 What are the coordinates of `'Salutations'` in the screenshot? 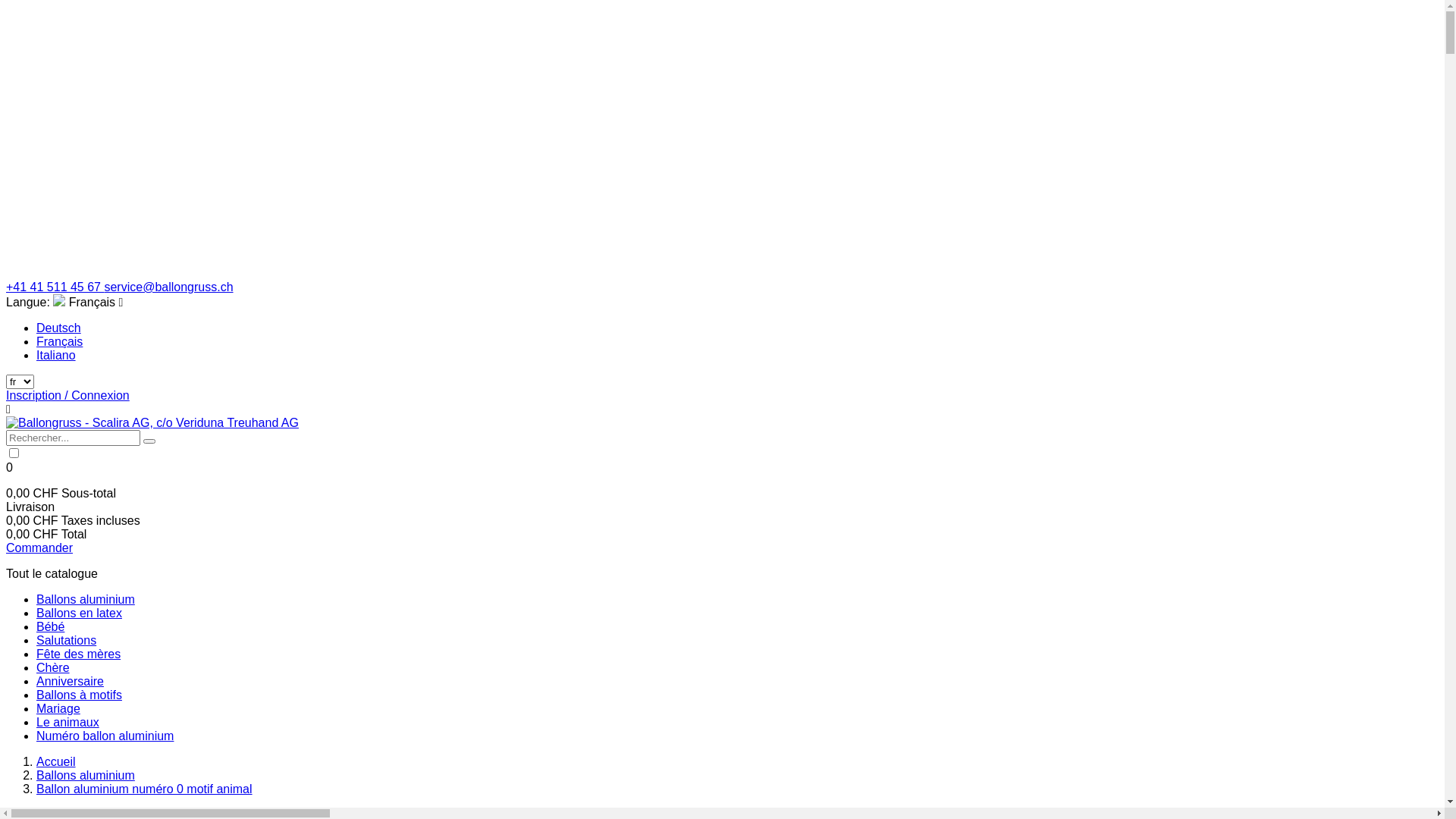 It's located at (65, 640).